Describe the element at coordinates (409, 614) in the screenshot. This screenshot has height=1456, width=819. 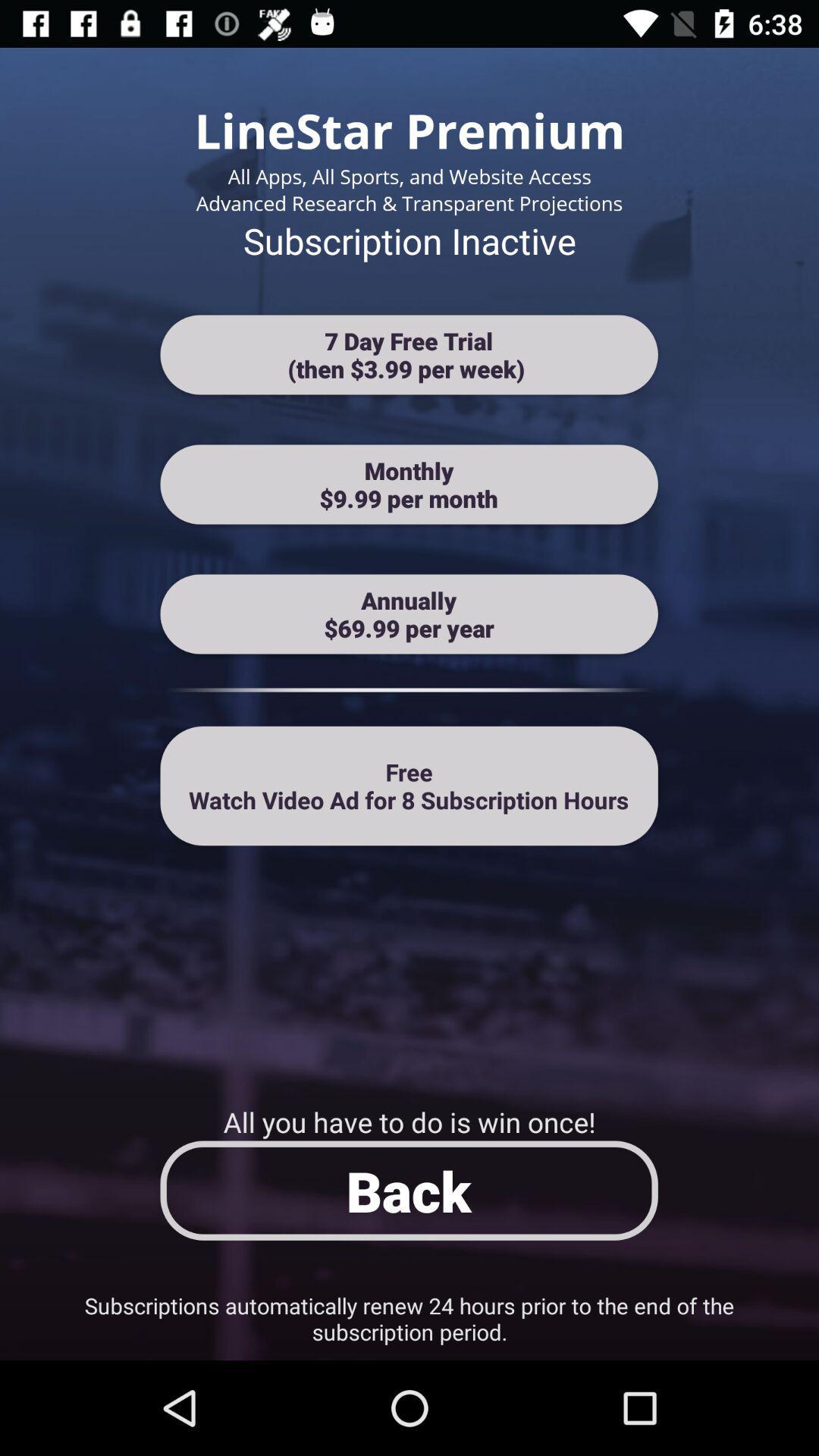
I see `the third box` at that location.